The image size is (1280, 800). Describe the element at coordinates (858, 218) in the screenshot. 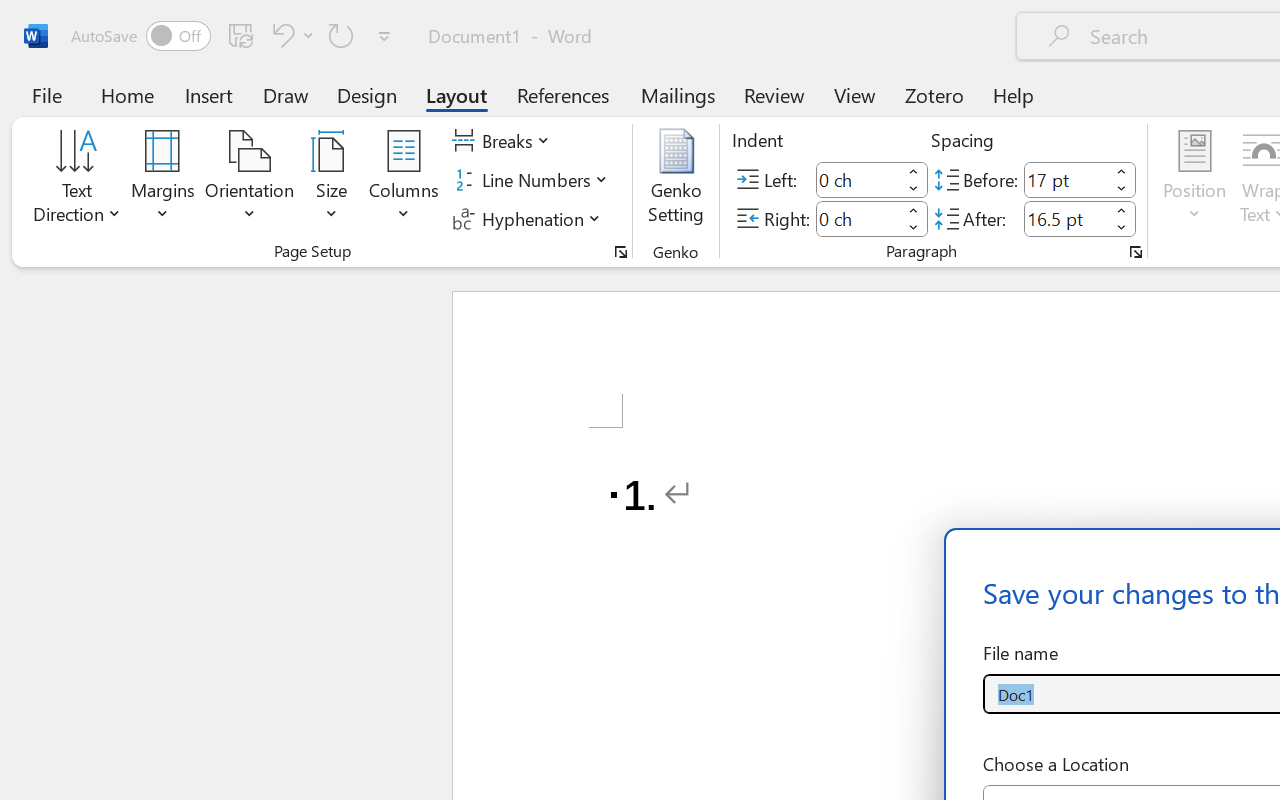

I see `'Indent Right'` at that location.